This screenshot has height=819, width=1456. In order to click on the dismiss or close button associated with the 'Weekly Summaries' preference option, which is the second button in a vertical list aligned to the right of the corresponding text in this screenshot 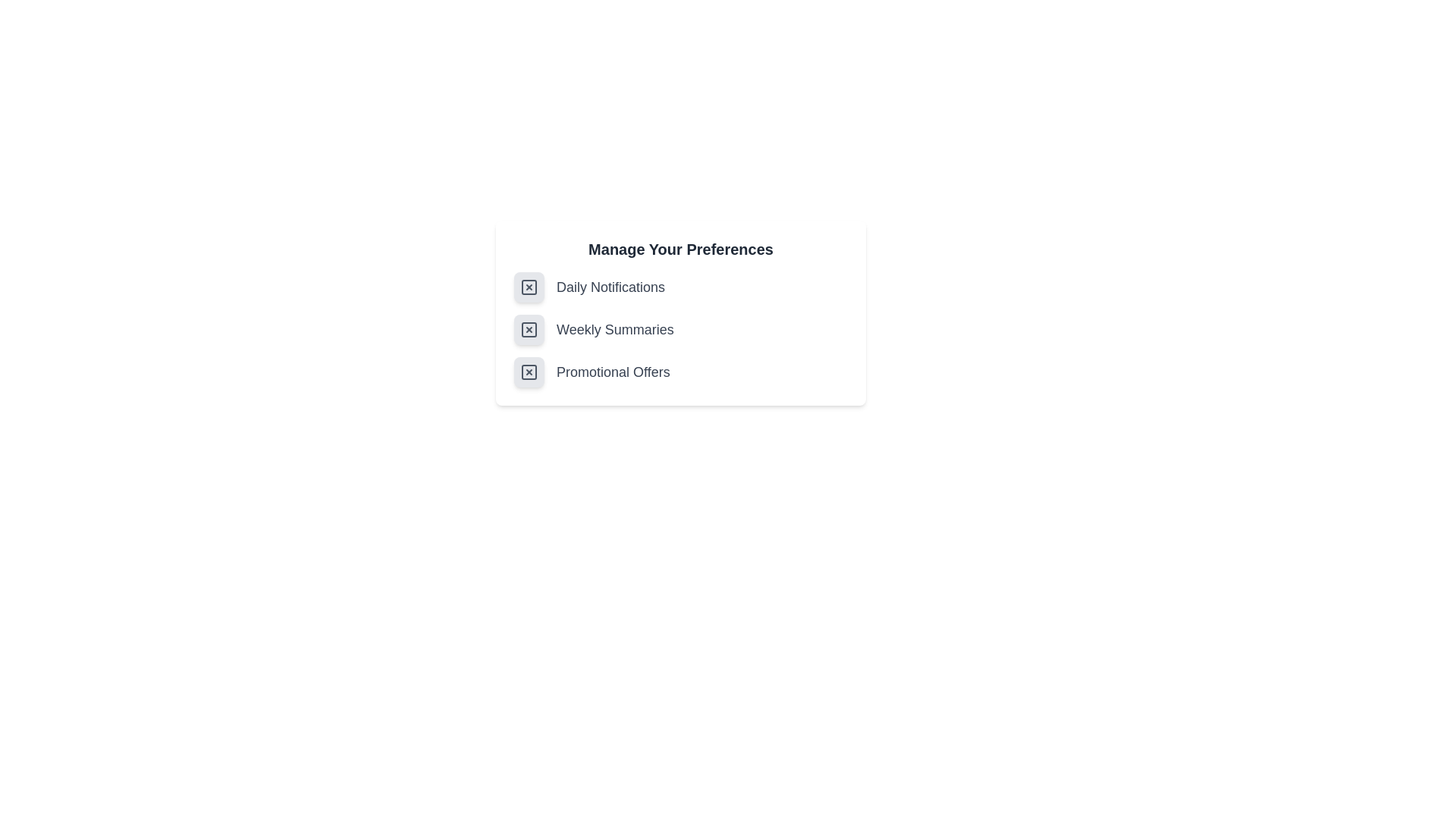, I will do `click(529, 329)`.